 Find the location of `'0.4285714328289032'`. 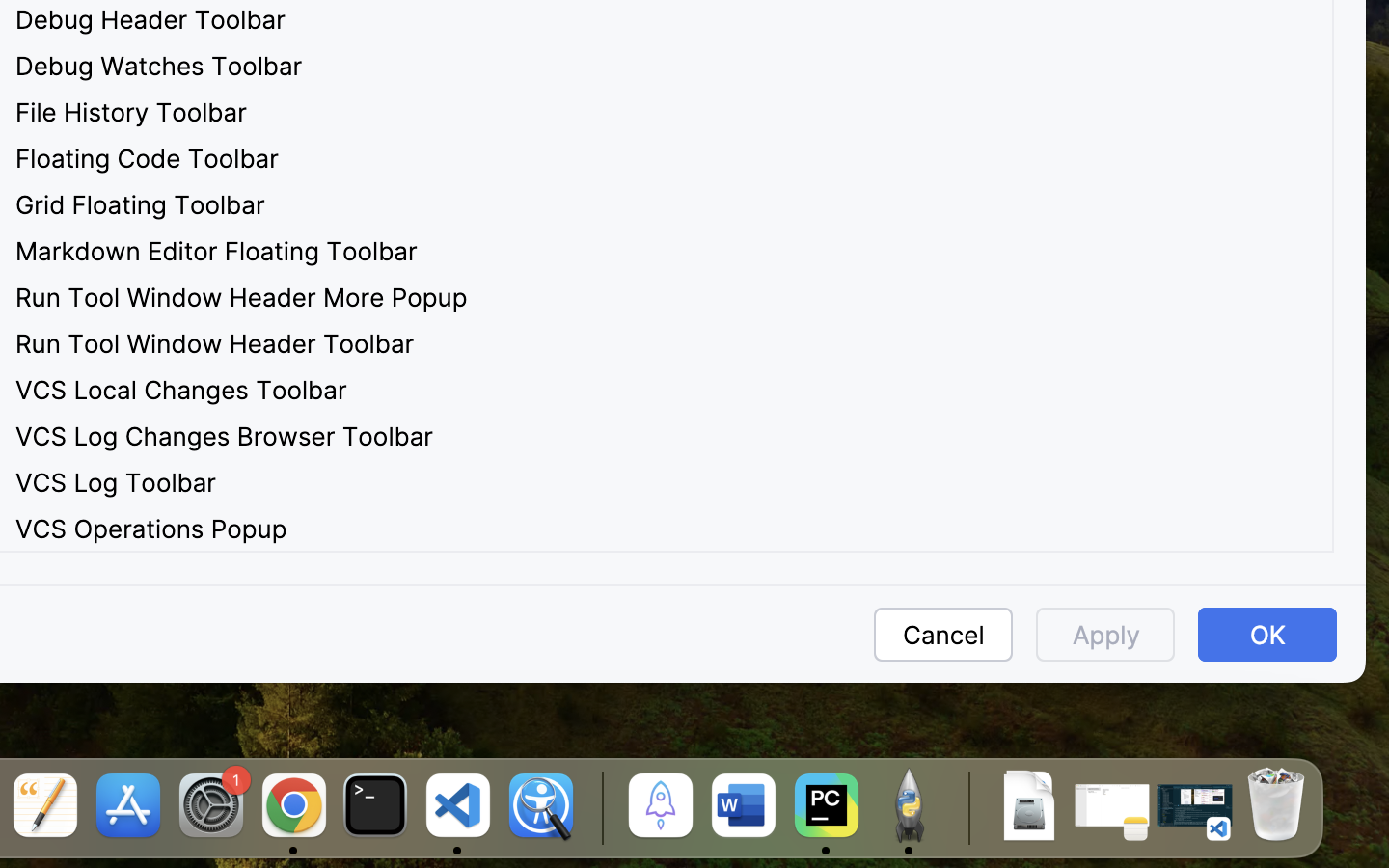

'0.4285714328289032' is located at coordinates (598, 807).